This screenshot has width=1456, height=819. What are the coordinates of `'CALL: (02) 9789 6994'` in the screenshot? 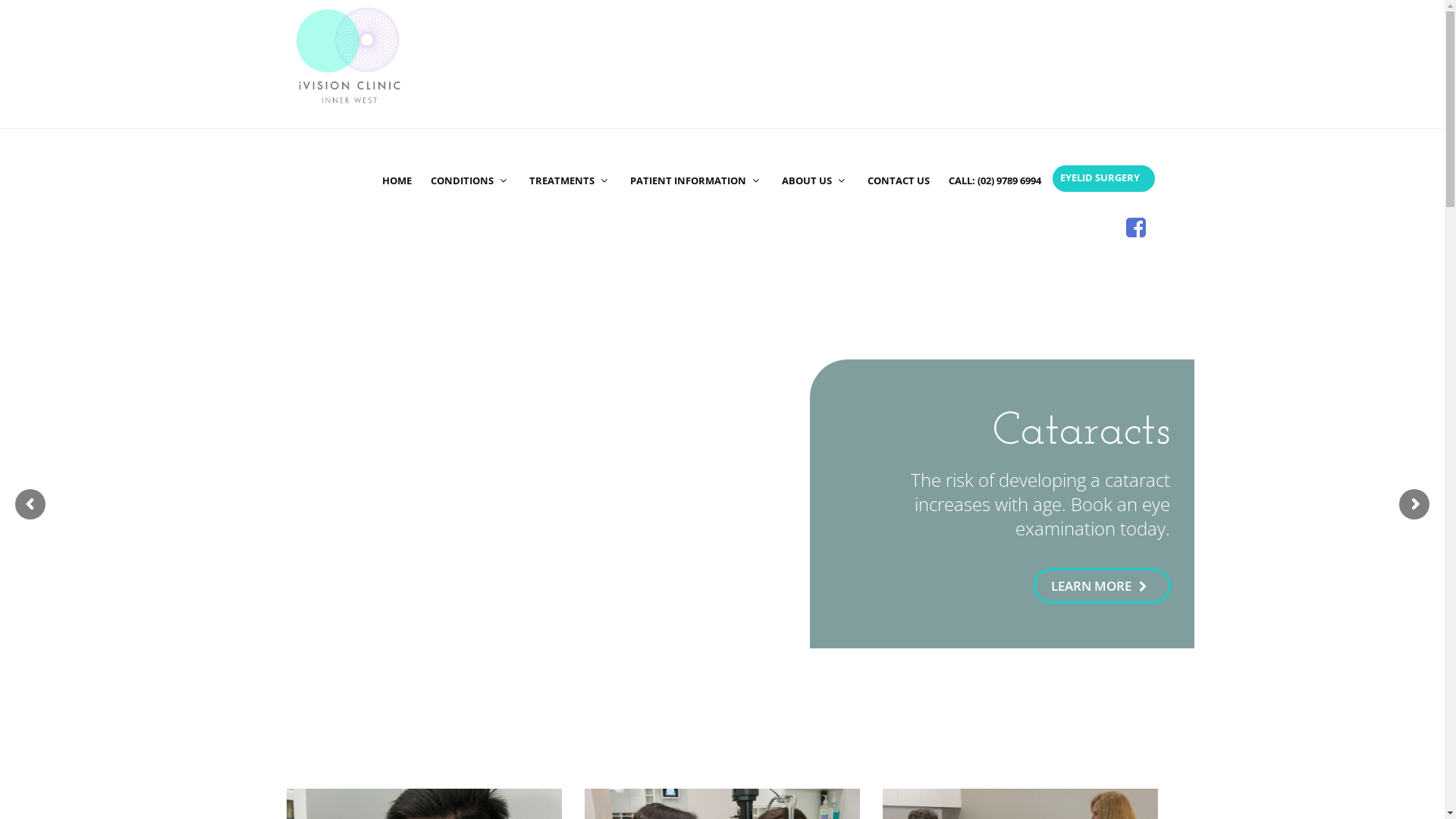 It's located at (993, 154).